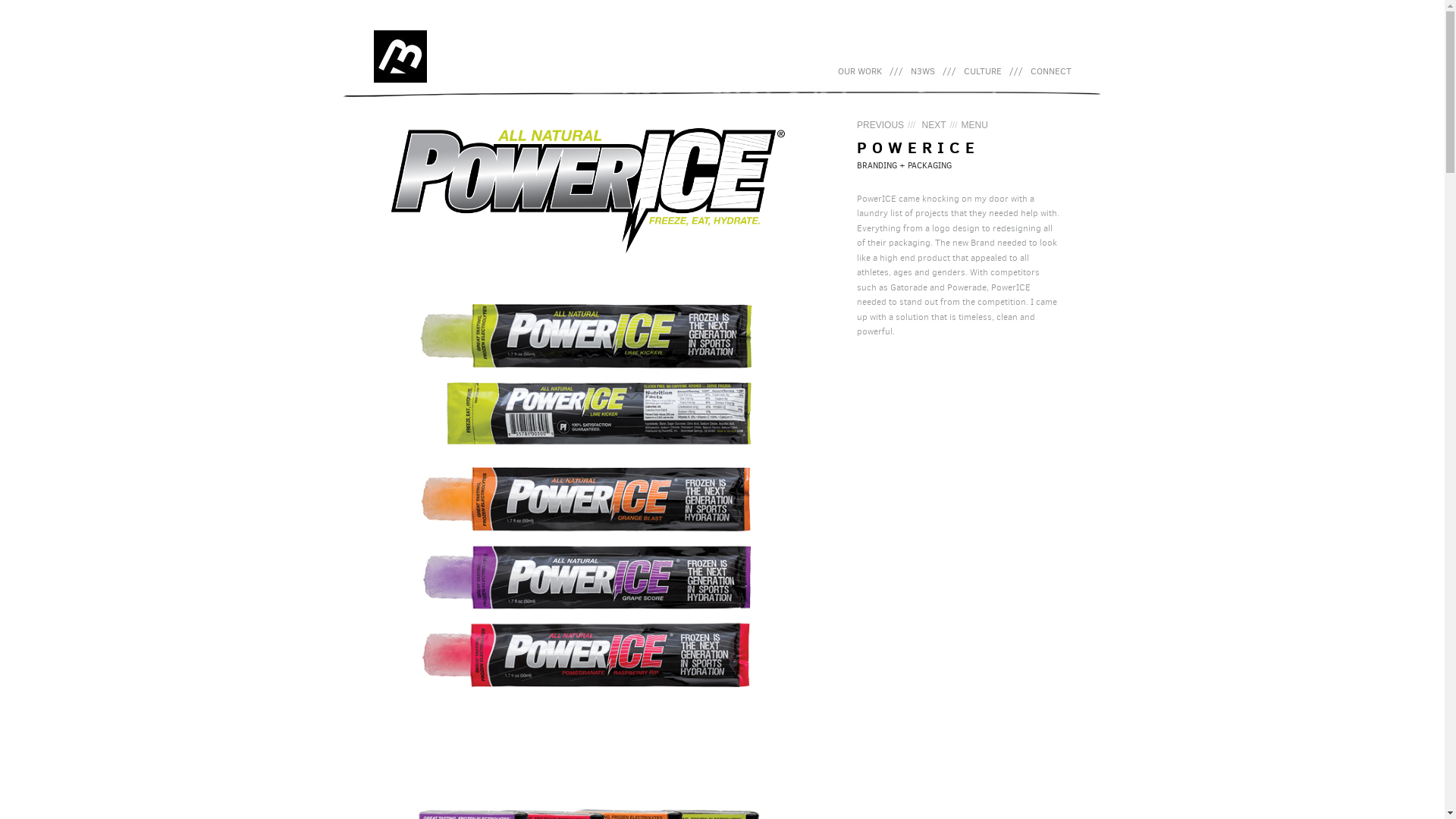 The image size is (1456, 819). I want to click on 'PREVIOUS', so click(880, 124).